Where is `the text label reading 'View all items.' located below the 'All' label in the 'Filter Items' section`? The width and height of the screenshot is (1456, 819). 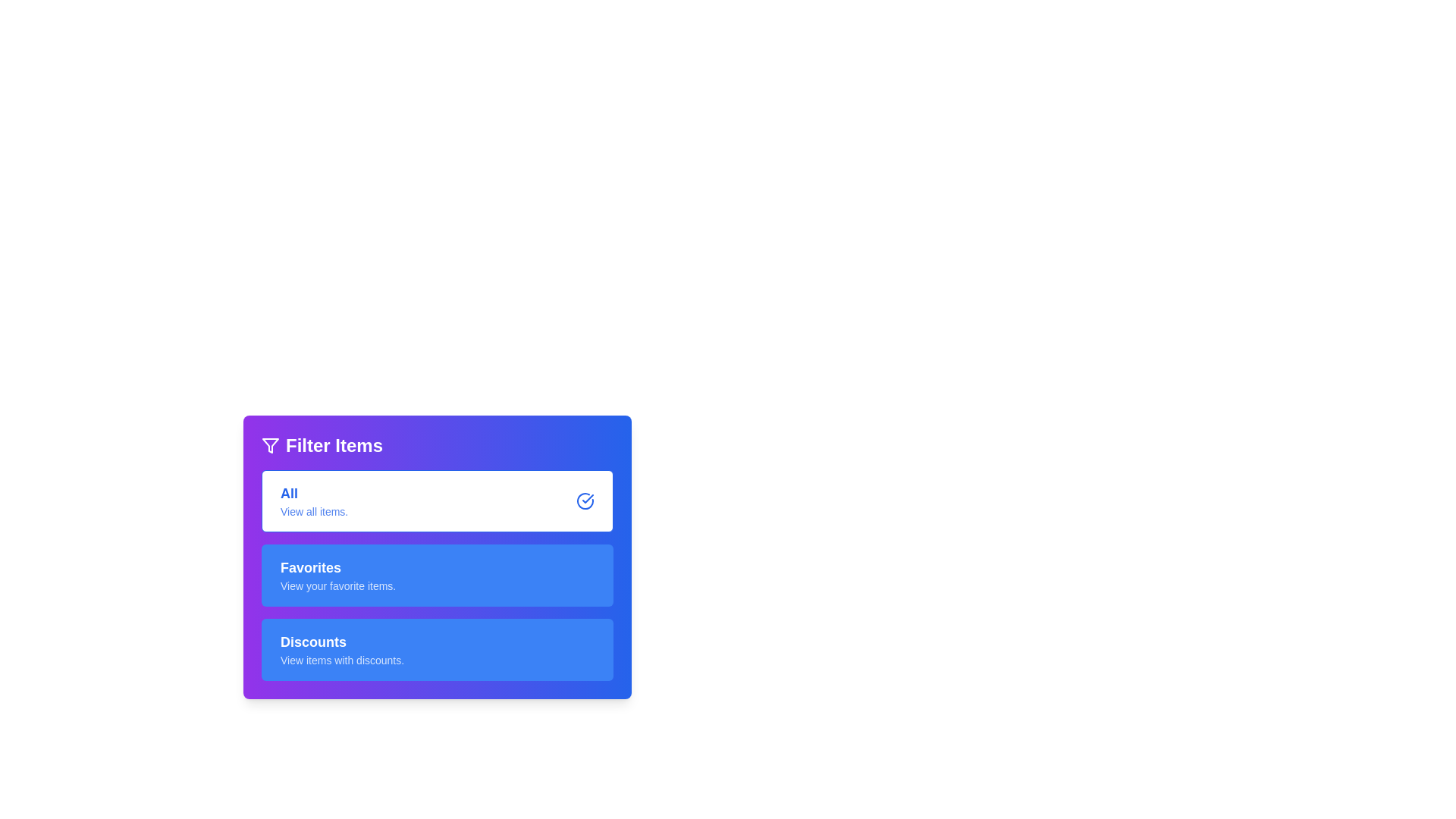
the text label reading 'View all items.' located below the 'All' label in the 'Filter Items' section is located at coordinates (313, 512).